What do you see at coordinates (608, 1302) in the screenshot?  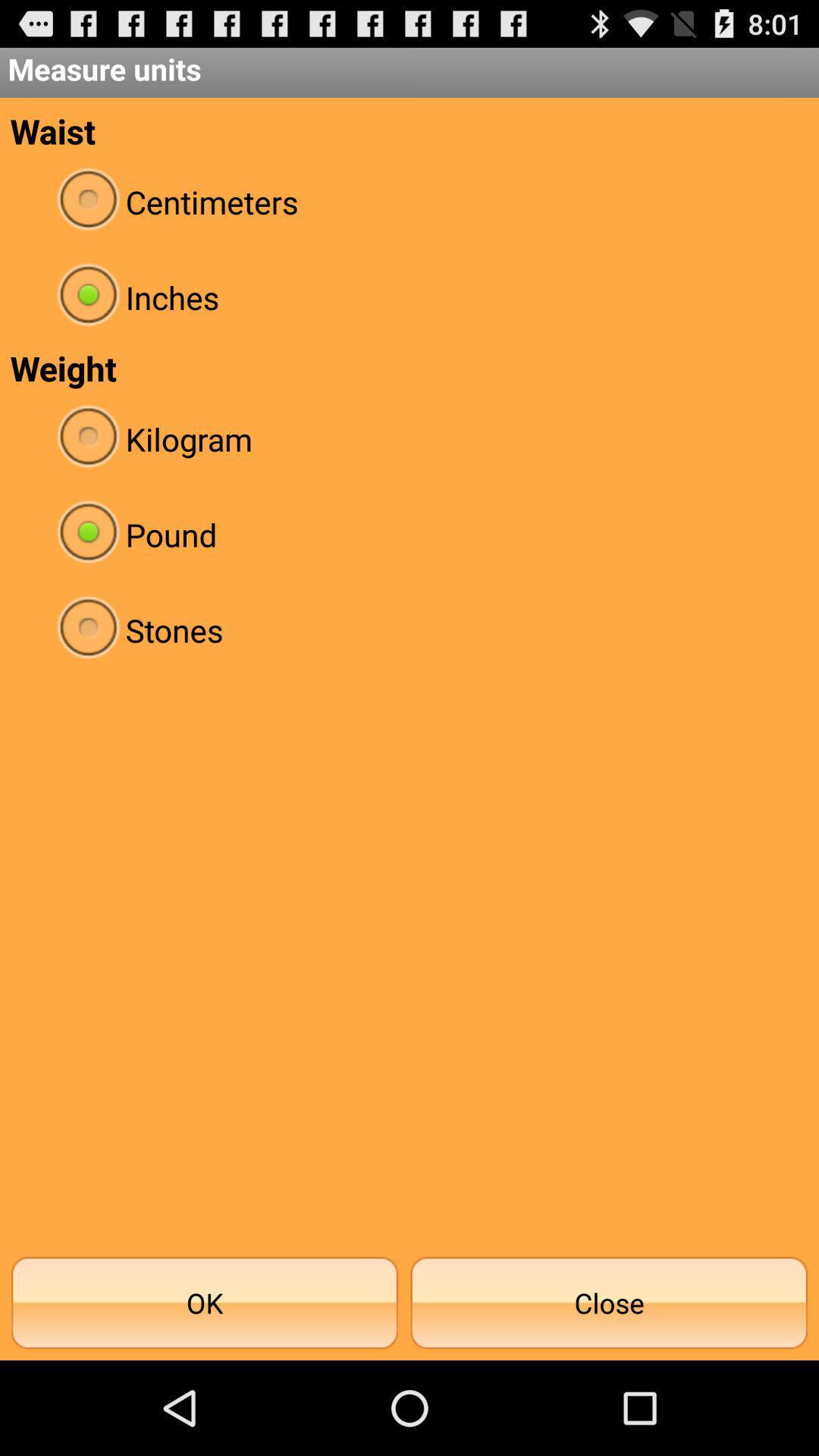 I see `close button` at bounding box center [608, 1302].